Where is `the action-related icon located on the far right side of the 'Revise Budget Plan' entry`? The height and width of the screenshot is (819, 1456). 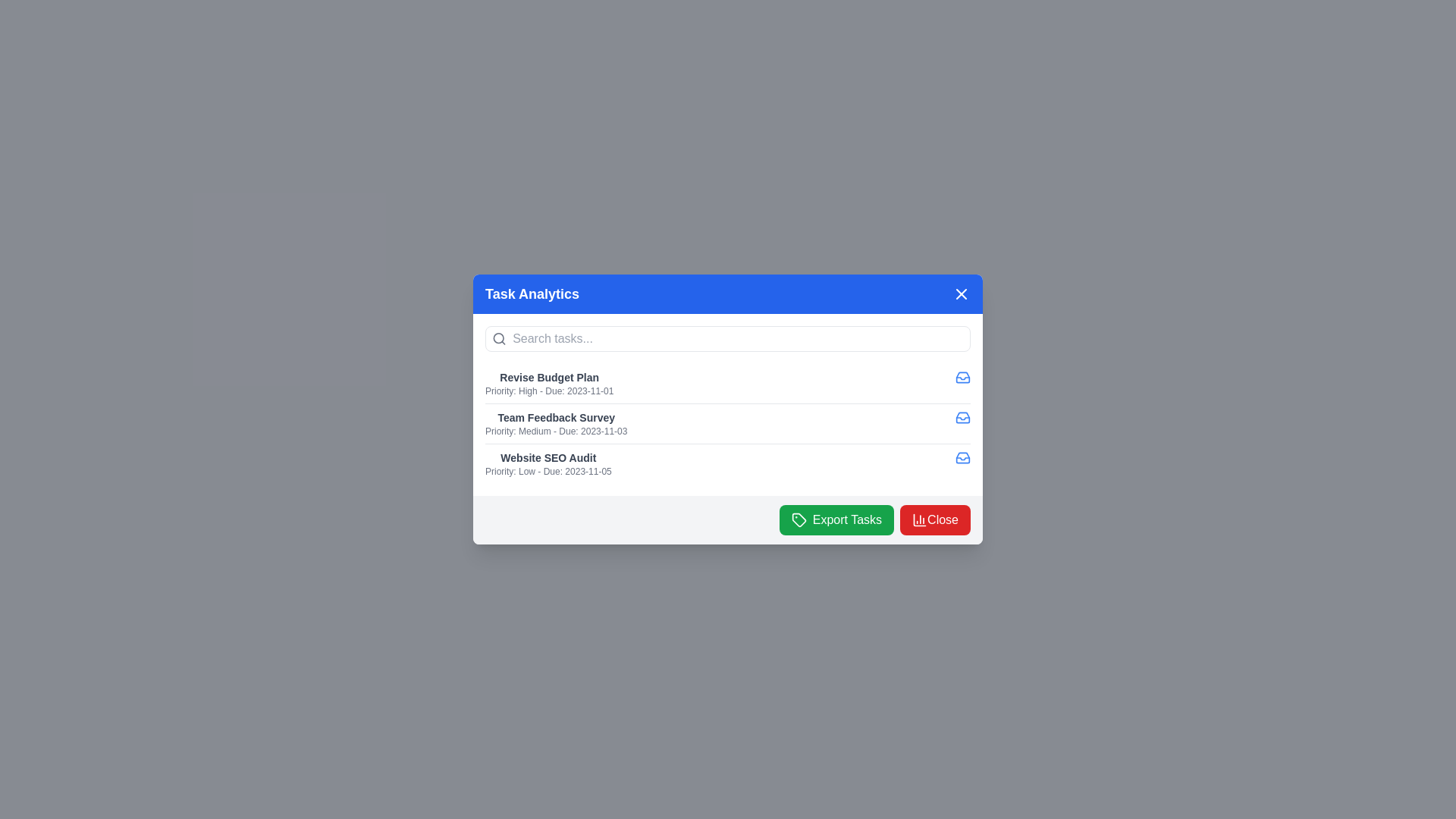 the action-related icon located on the far right side of the 'Revise Budget Plan' entry is located at coordinates (962, 376).